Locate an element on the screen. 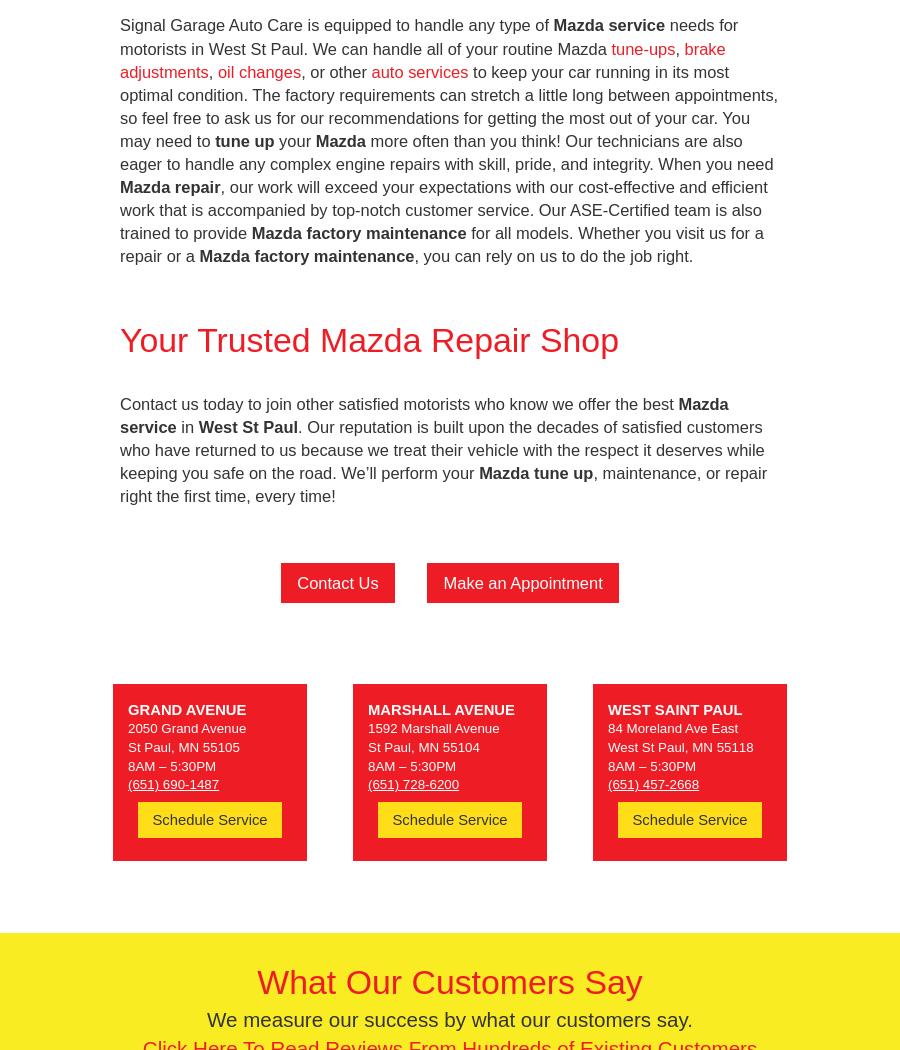 This screenshot has width=900, height=1050. 'West Saint Paul' is located at coordinates (675, 708).